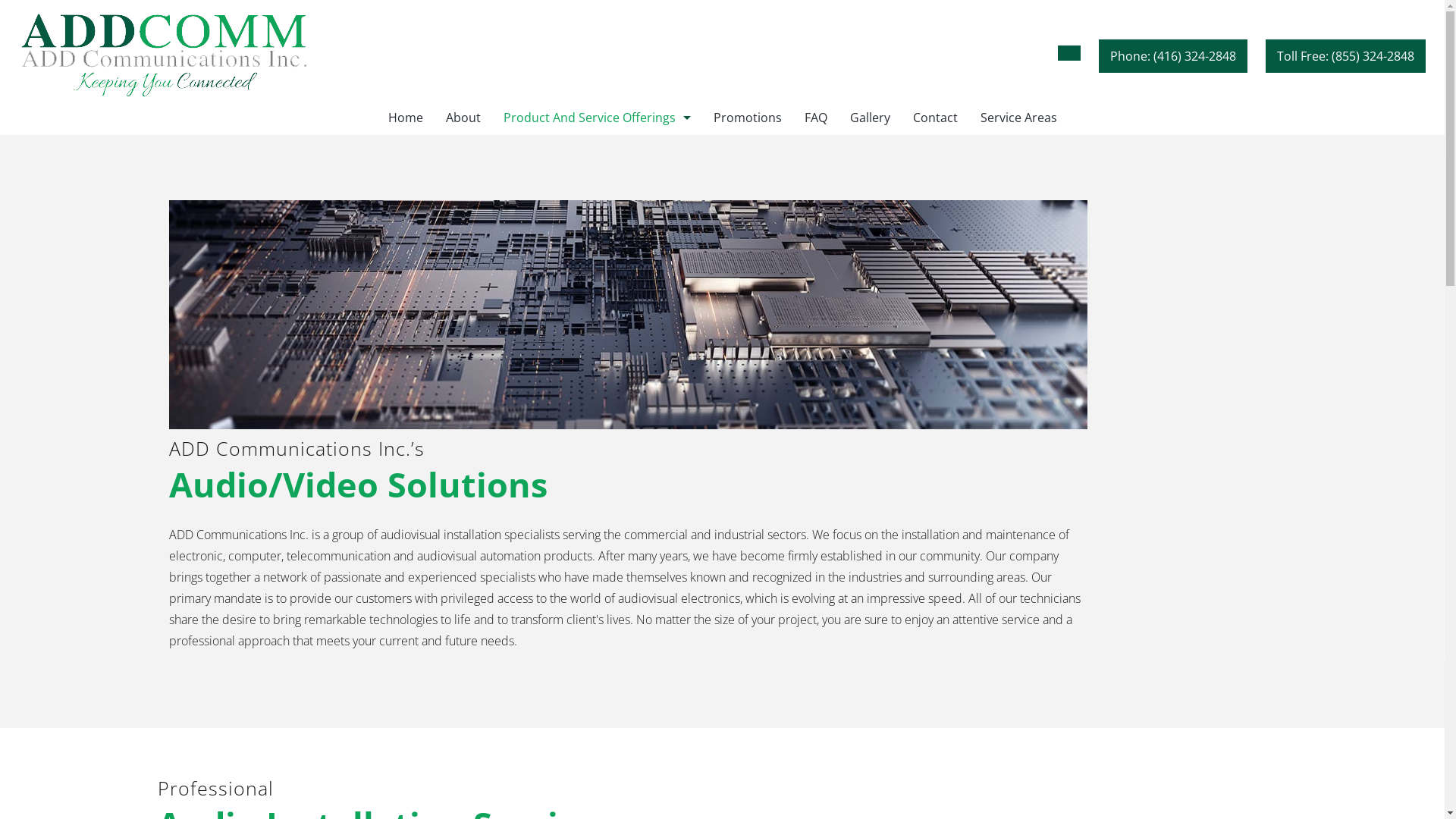 This screenshot has width=1456, height=819. I want to click on 'Promotions', so click(701, 117).